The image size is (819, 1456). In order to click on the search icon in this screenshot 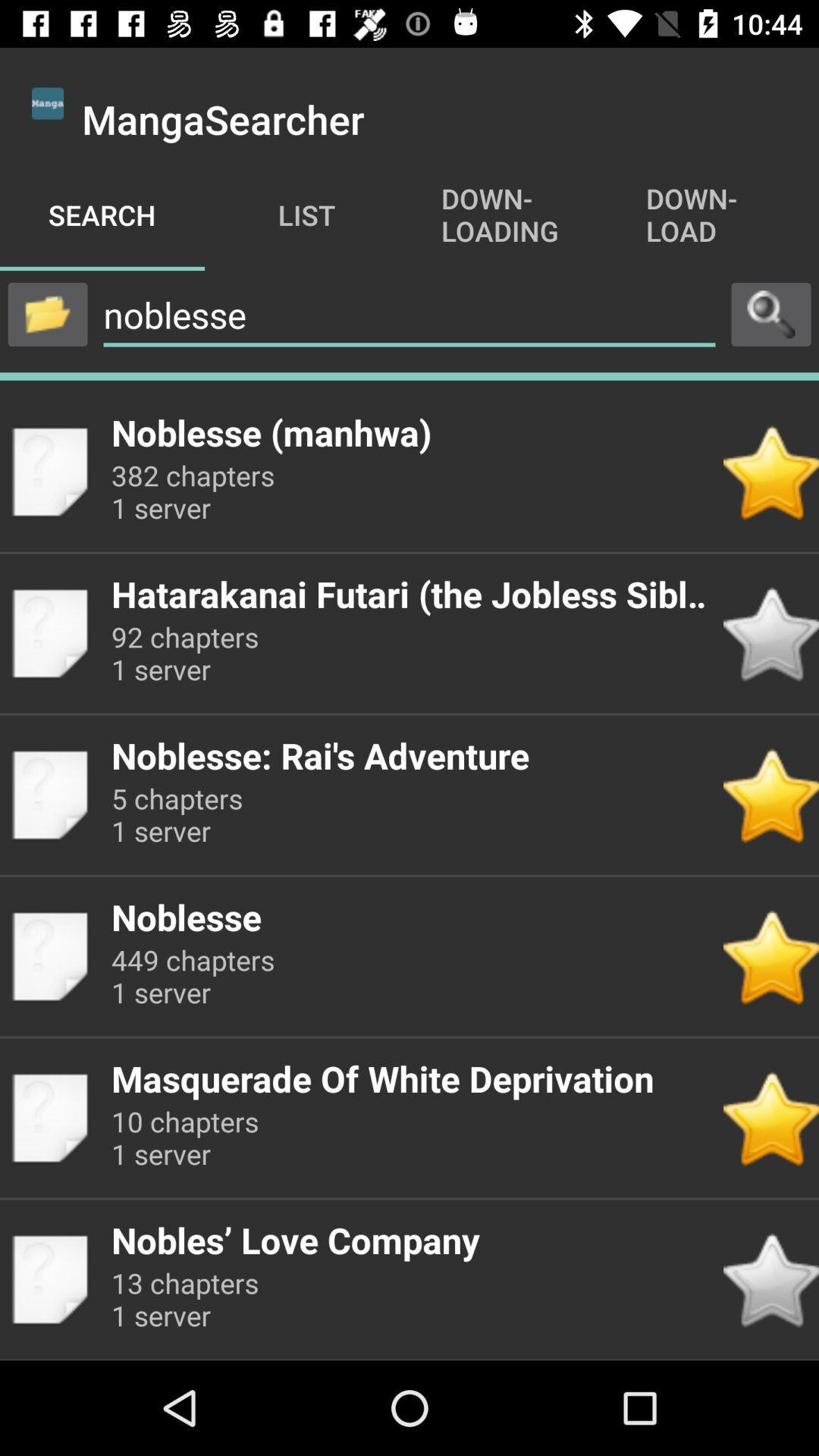, I will do `click(771, 313)`.